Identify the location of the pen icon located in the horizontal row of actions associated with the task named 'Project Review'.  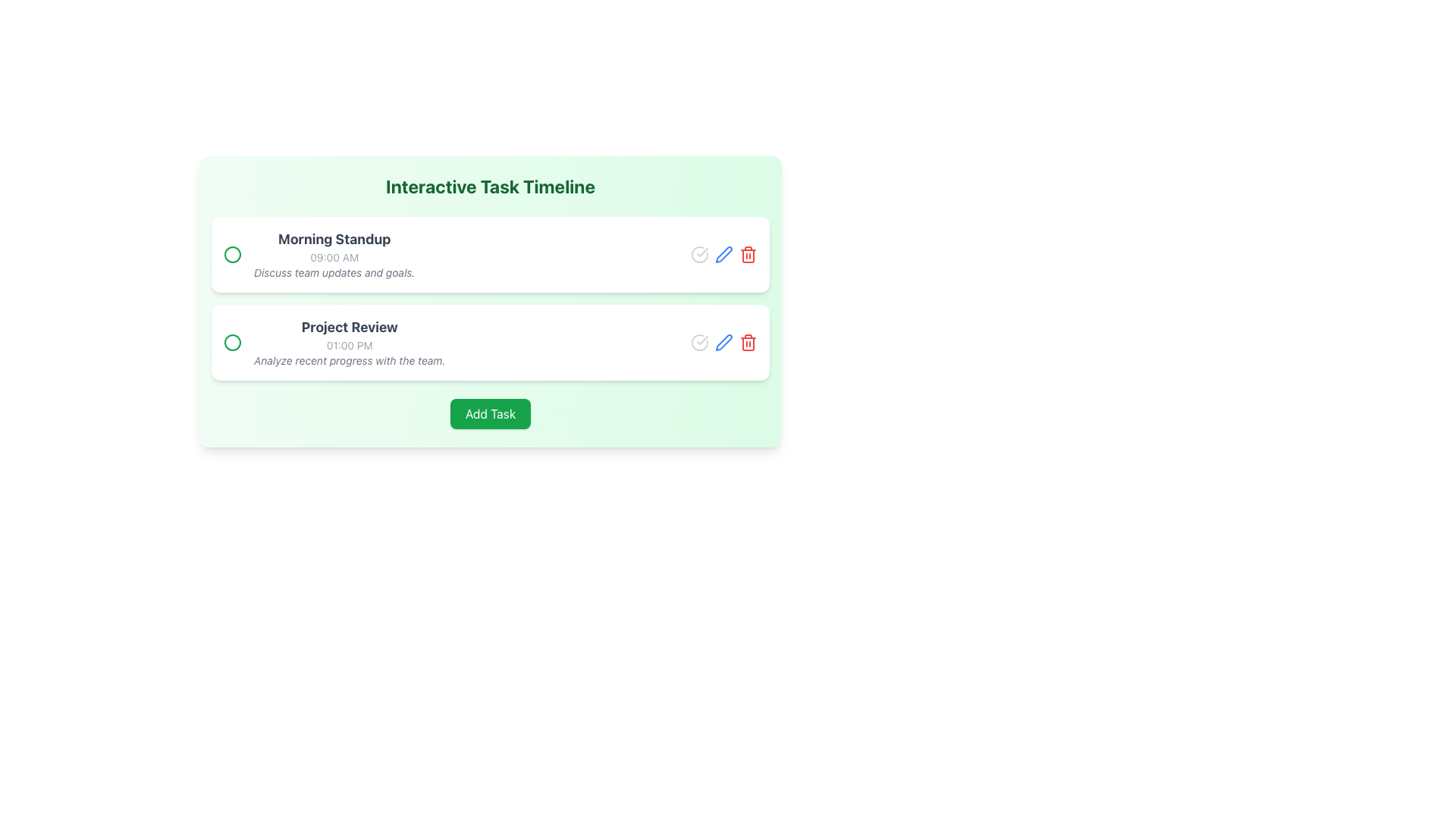
(723, 342).